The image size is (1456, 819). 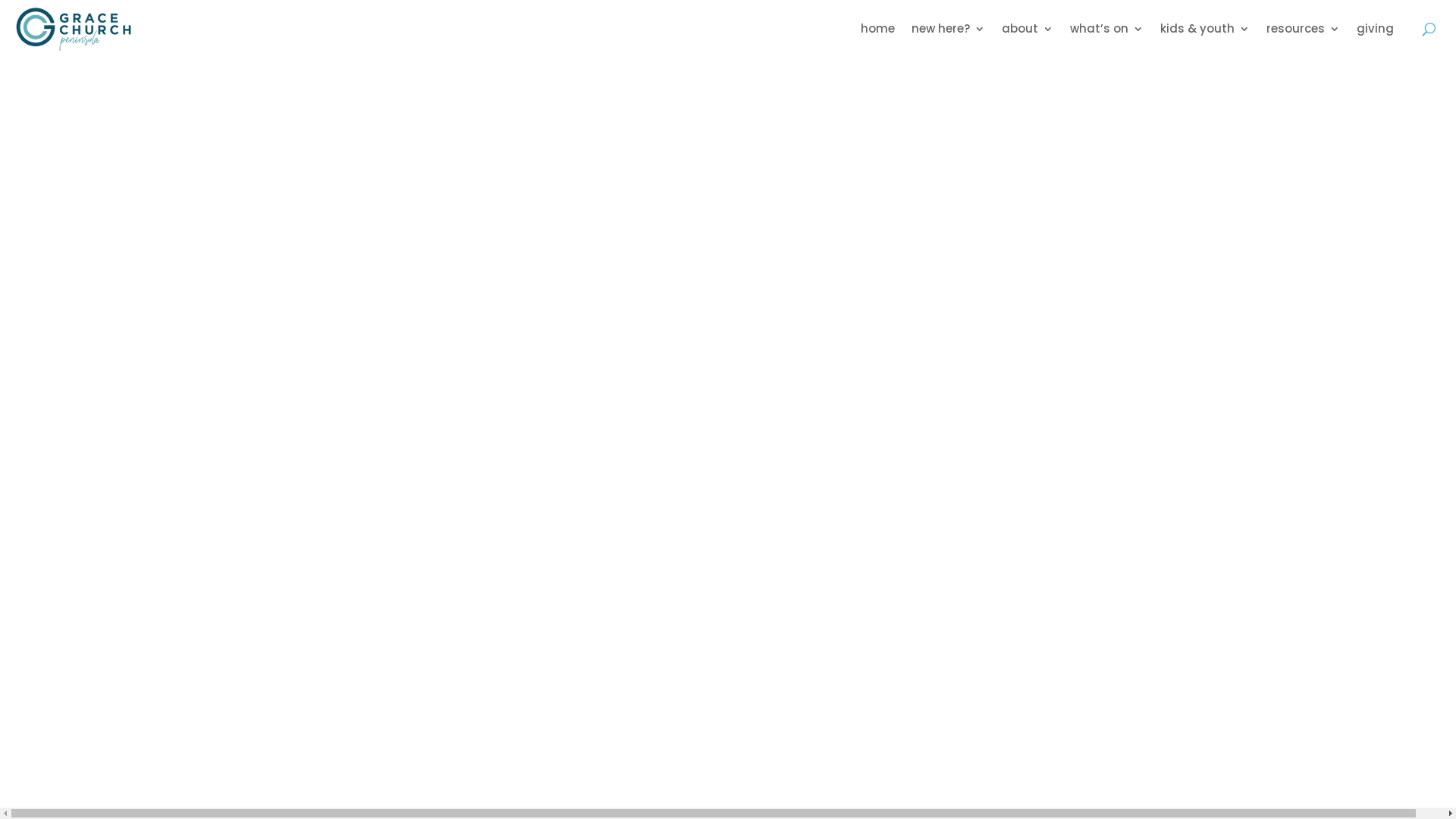 What do you see at coordinates (1375, 29) in the screenshot?
I see `'giving'` at bounding box center [1375, 29].